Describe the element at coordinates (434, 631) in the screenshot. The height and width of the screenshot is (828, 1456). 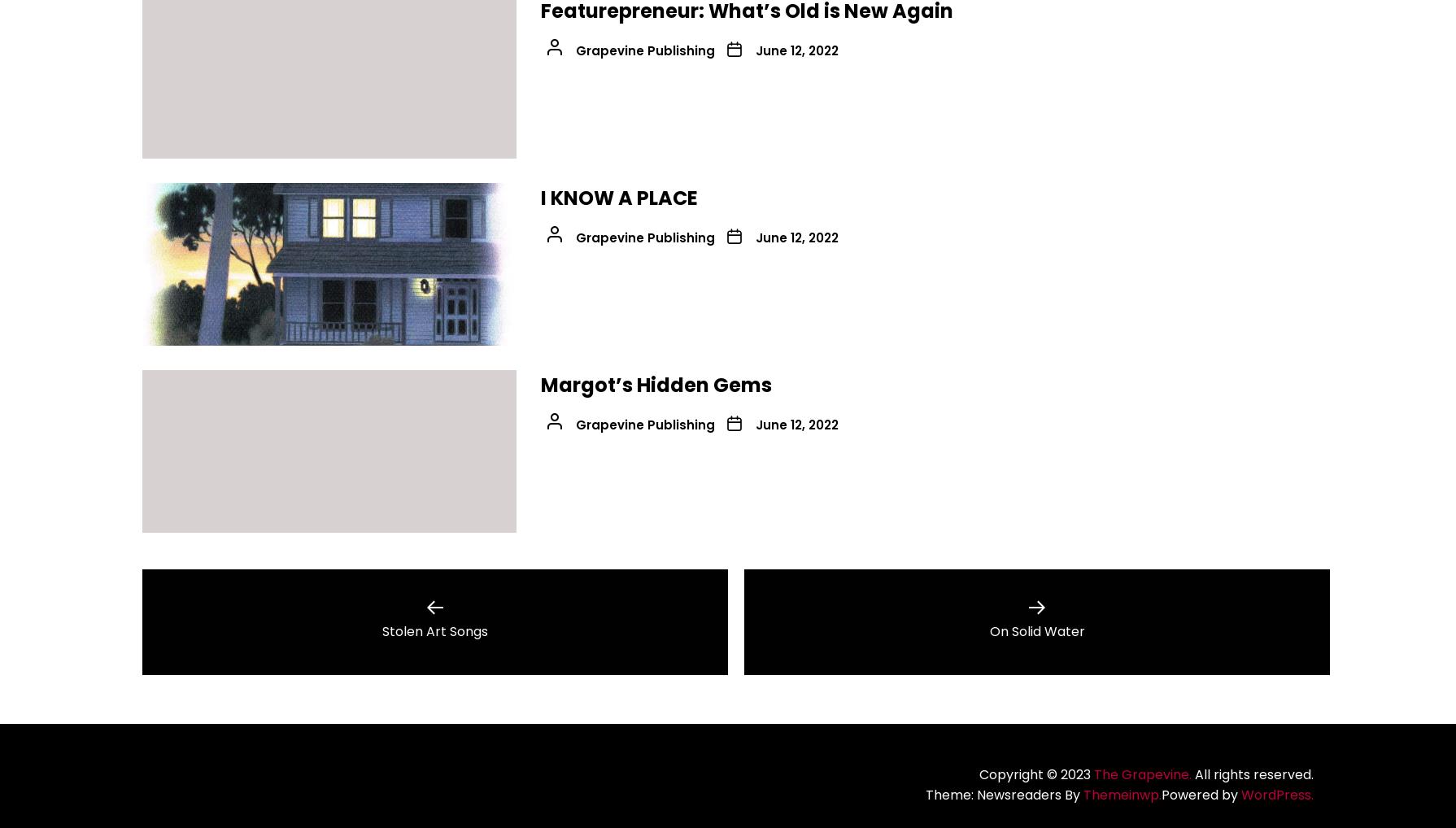
I see `'Stolen Art Songs'` at that location.